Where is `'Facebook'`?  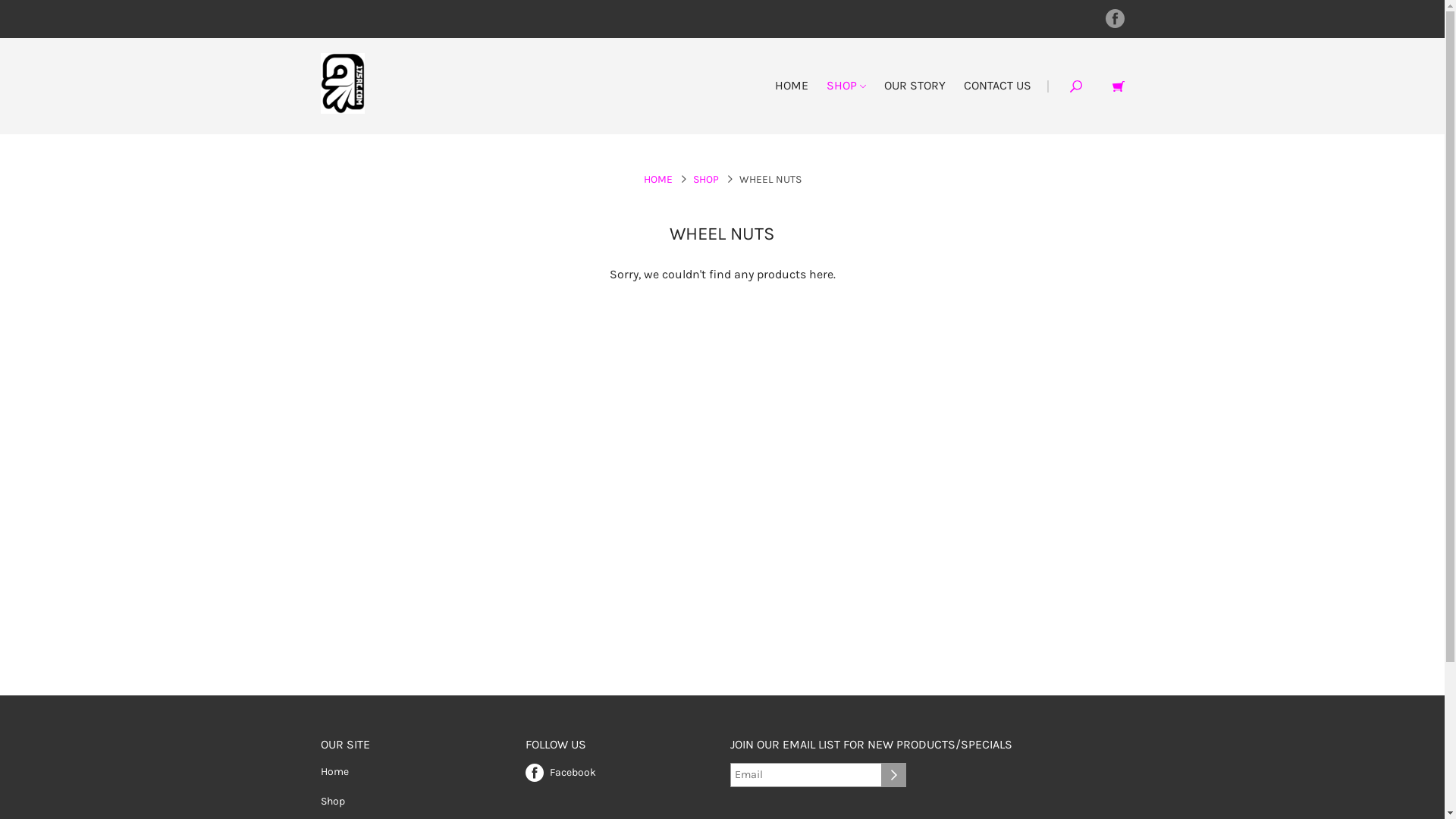 'Facebook' is located at coordinates (559, 770).